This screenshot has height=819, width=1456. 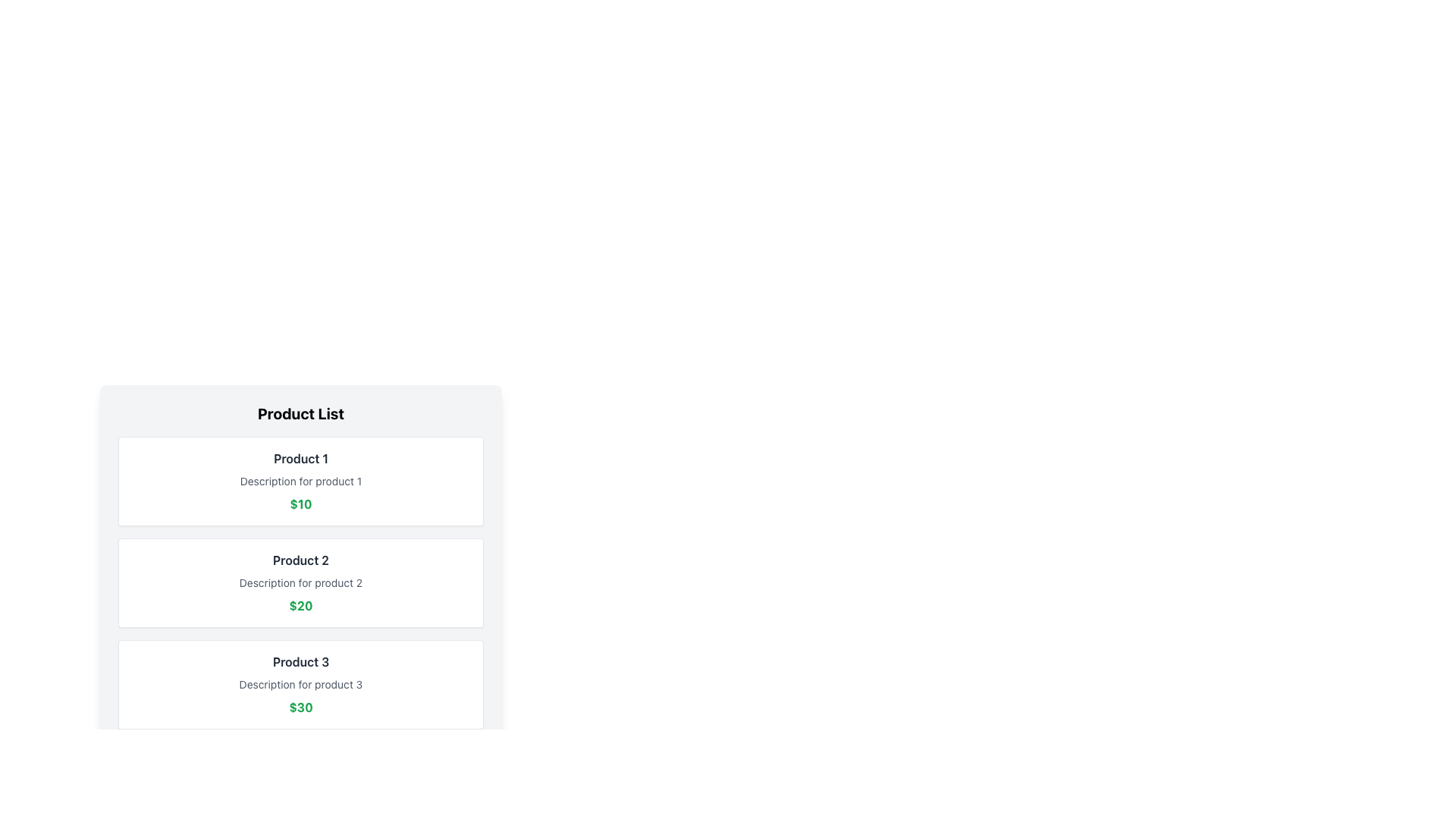 What do you see at coordinates (301, 684) in the screenshot?
I see `the descriptive label for 'Product 3', which is located in the third product card, positioned below the title and above the price` at bounding box center [301, 684].